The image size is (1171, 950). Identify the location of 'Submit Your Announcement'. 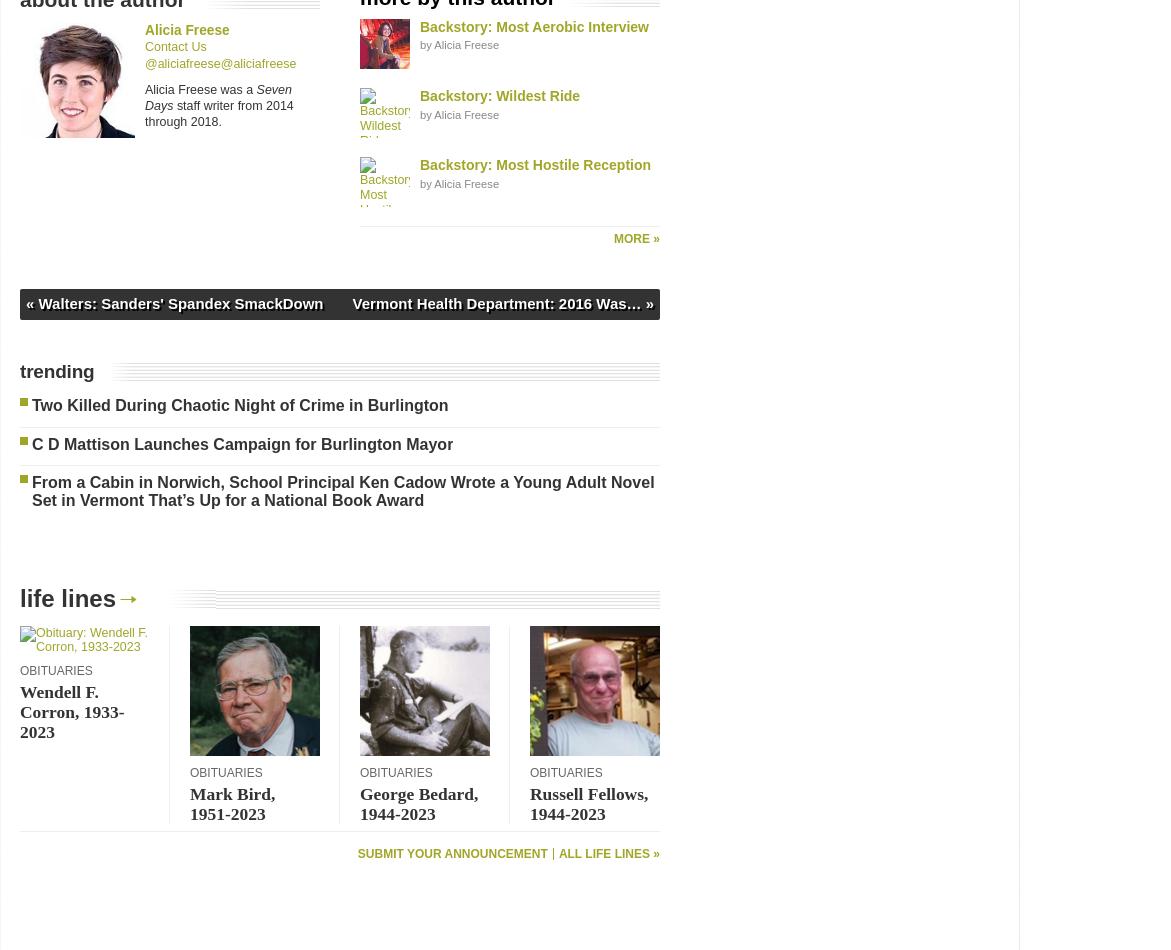
(356, 852).